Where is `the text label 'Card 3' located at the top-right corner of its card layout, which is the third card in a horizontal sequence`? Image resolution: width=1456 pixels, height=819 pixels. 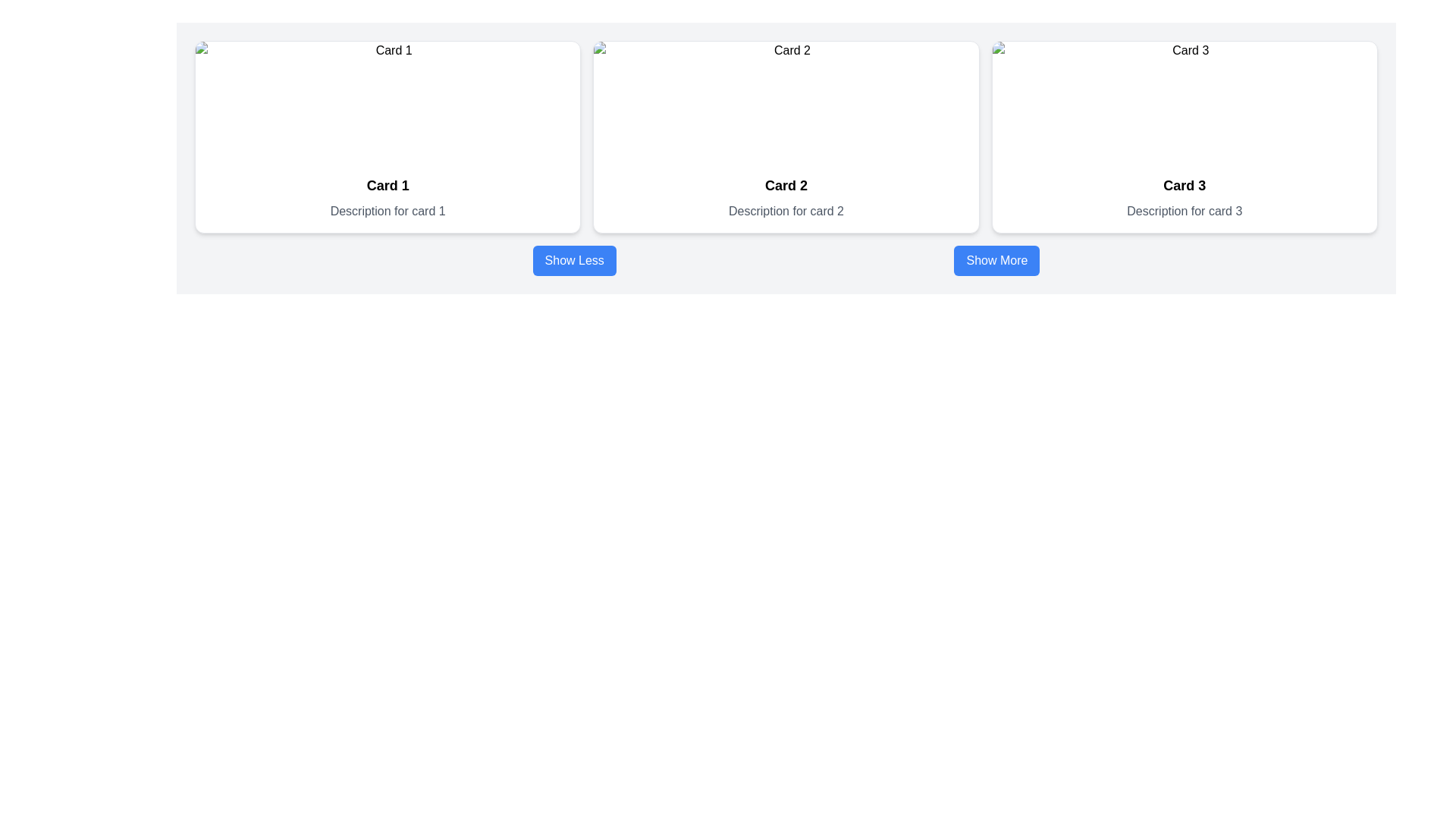 the text label 'Card 3' located at the top-right corner of its card layout, which is the third card in a horizontal sequence is located at coordinates (1184, 185).